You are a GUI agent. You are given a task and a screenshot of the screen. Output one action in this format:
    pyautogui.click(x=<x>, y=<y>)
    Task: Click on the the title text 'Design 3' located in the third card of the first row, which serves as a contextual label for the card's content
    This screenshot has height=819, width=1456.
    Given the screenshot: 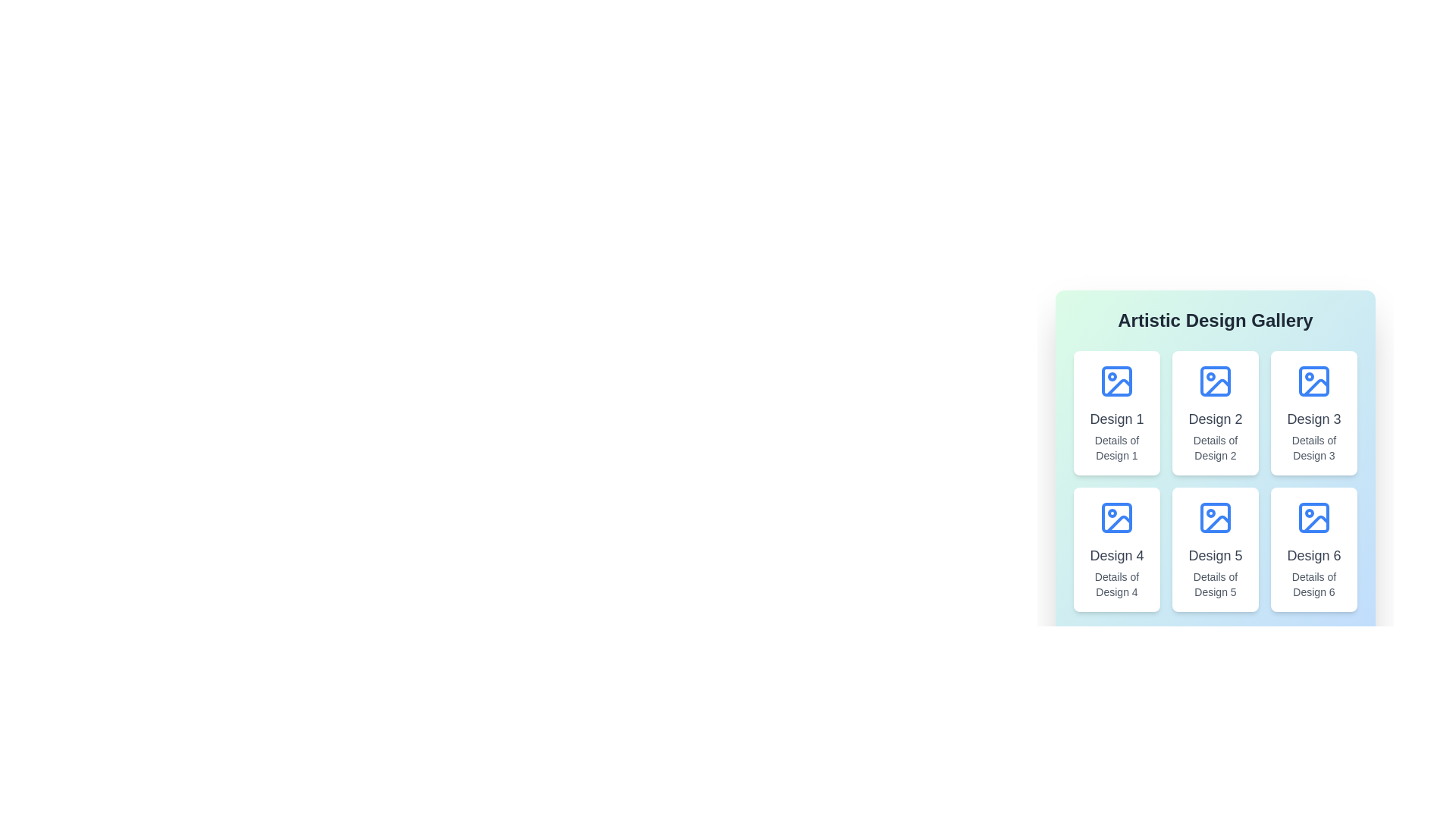 What is the action you would take?
    pyautogui.click(x=1313, y=419)
    